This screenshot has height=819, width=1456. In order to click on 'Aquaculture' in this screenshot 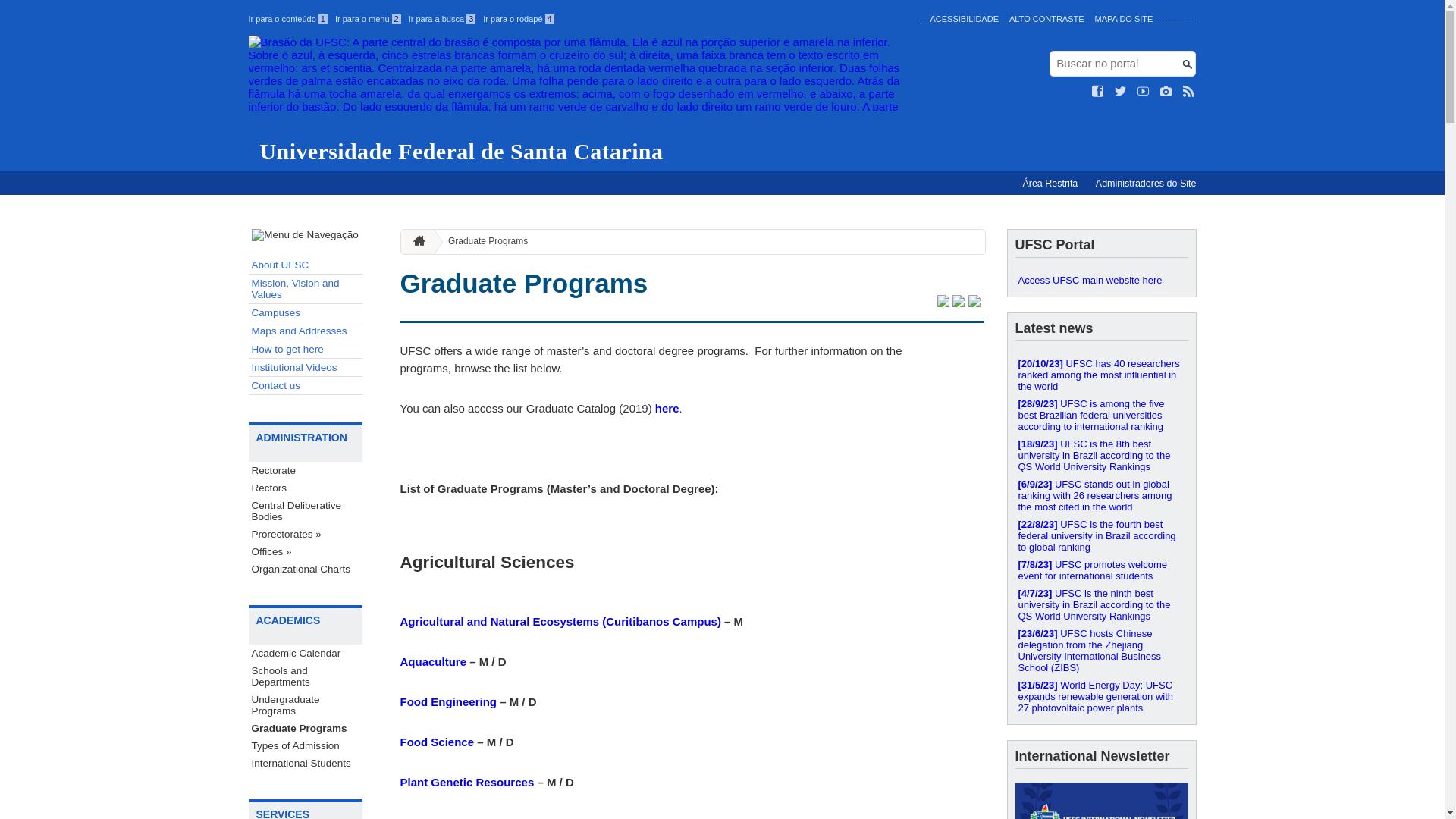, I will do `click(432, 661)`.